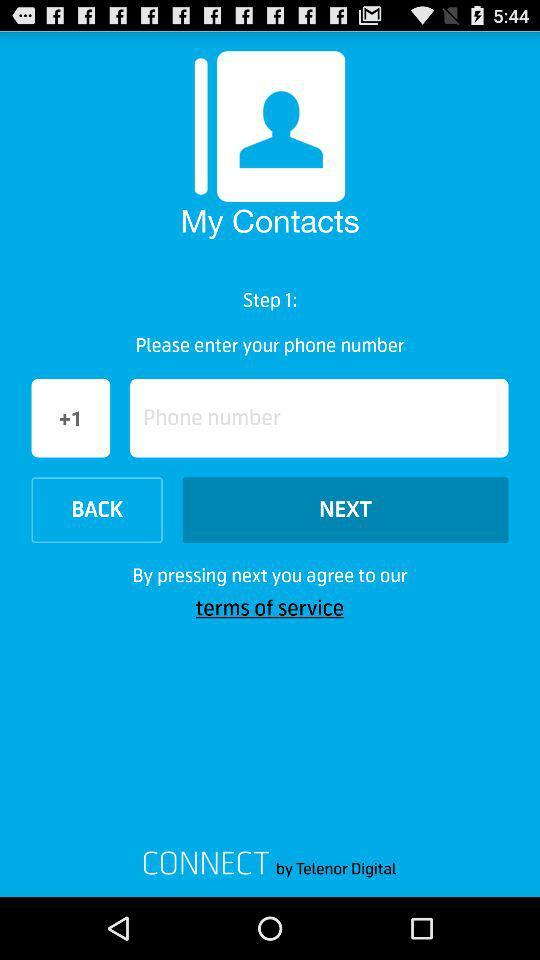 This screenshot has height=960, width=540. I want to click on icon to the left of the next item, so click(96, 509).